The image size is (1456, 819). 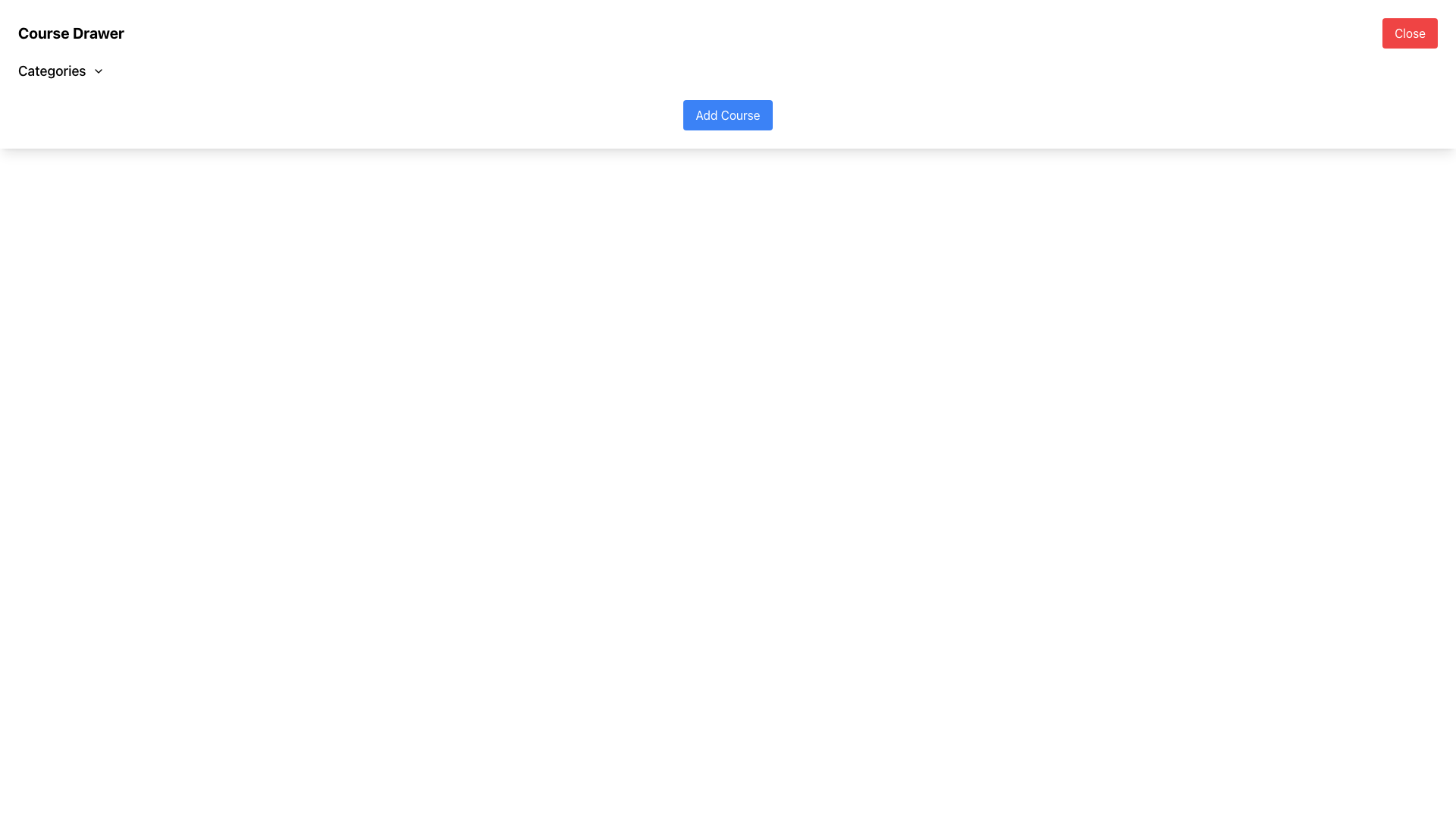 What do you see at coordinates (97, 71) in the screenshot?
I see `the downward-pointing chevron icon adjacent to the 'Categories' title` at bounding box center [97, 71].